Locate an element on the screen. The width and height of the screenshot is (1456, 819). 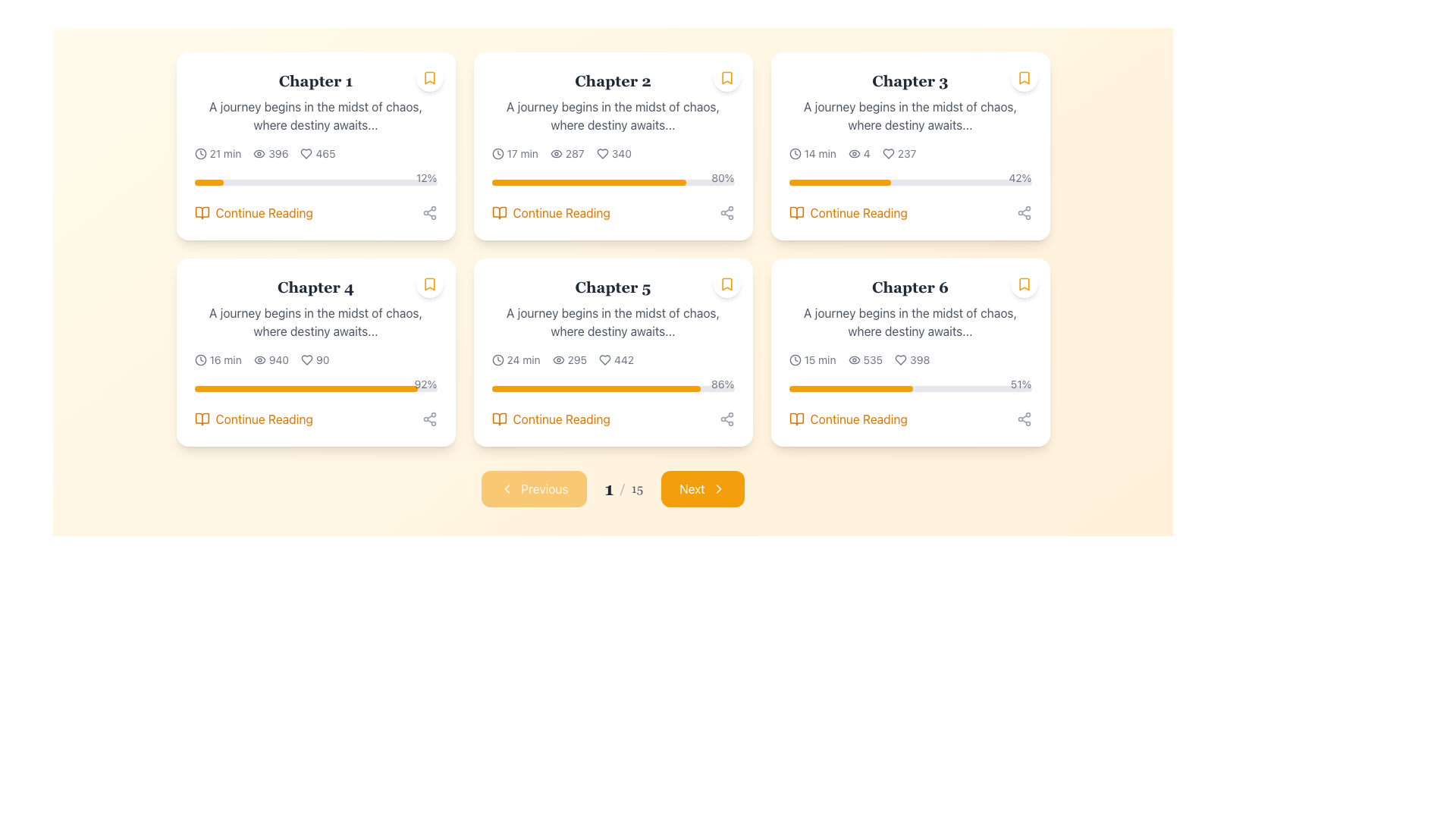
the static text displaying the number of likes, located in the 'Chapter 4' section adjacent to the heart icon is located at coordinates (322, 359).